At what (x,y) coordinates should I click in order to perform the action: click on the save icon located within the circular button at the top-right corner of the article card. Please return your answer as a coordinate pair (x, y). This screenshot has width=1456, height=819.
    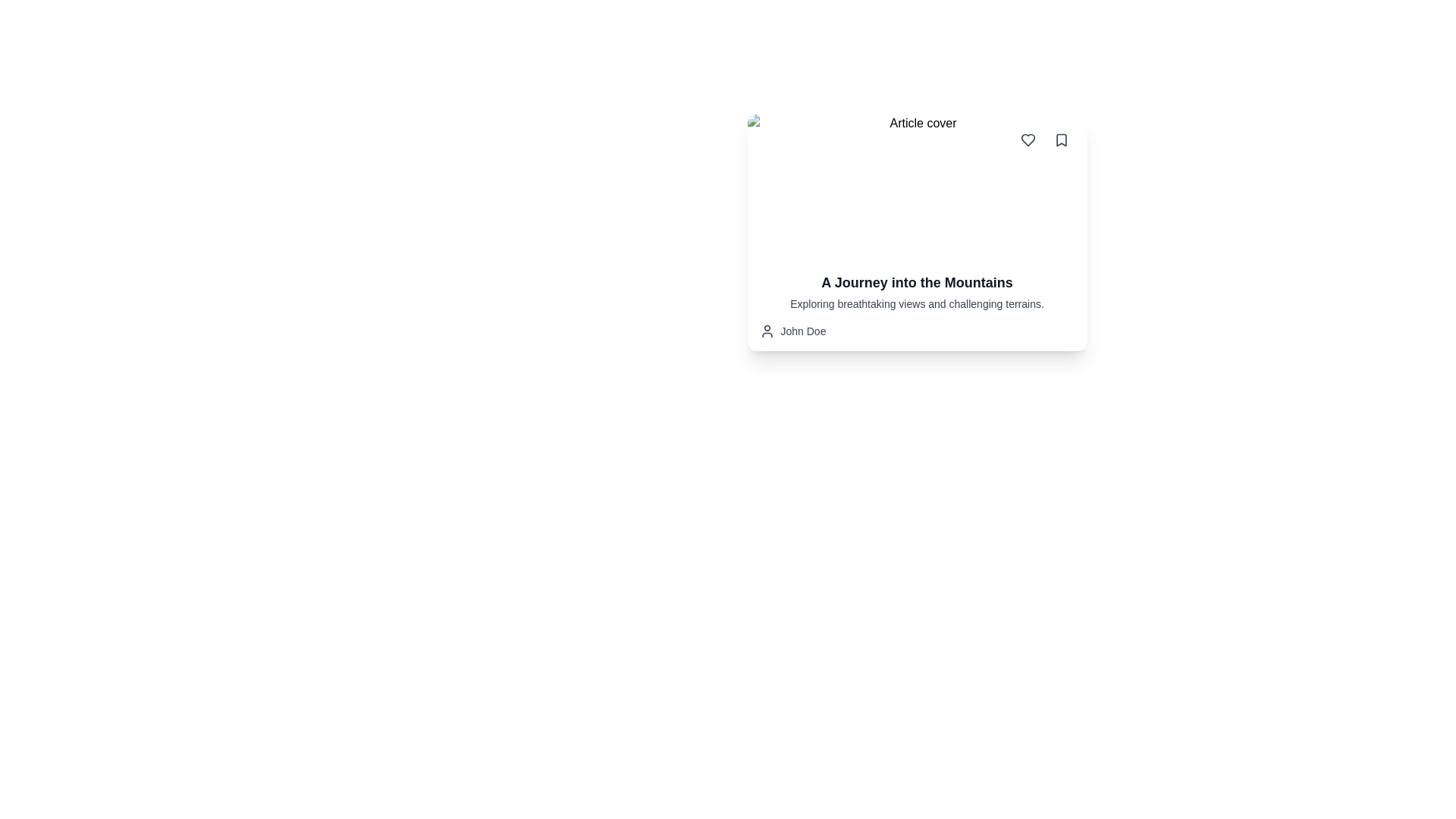
    Looking at the image, I should click on (1060, 140).